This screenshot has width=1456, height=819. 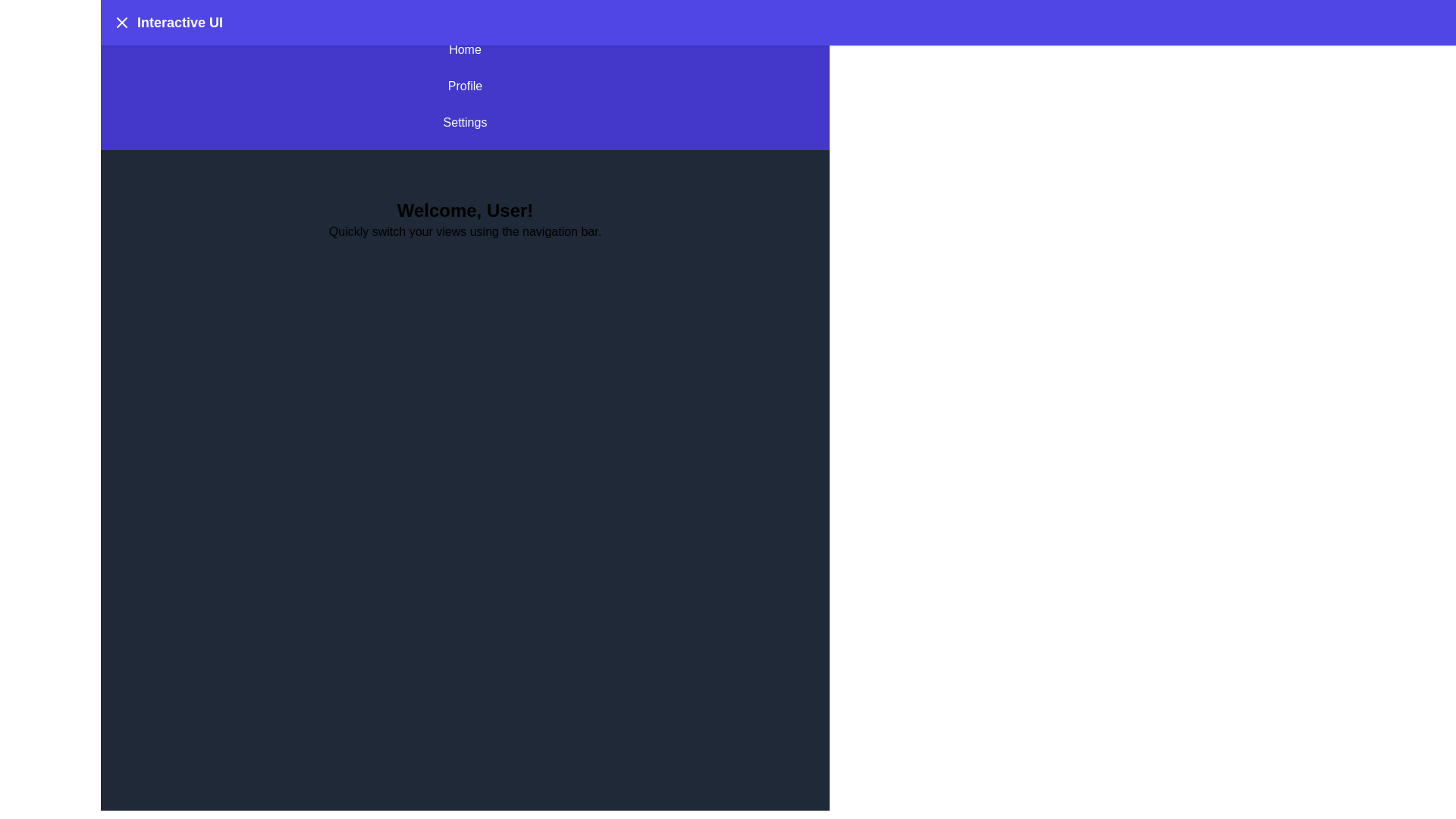 I want to click on the menu button to toggle the menu visibility, so click(x=122, y=23).